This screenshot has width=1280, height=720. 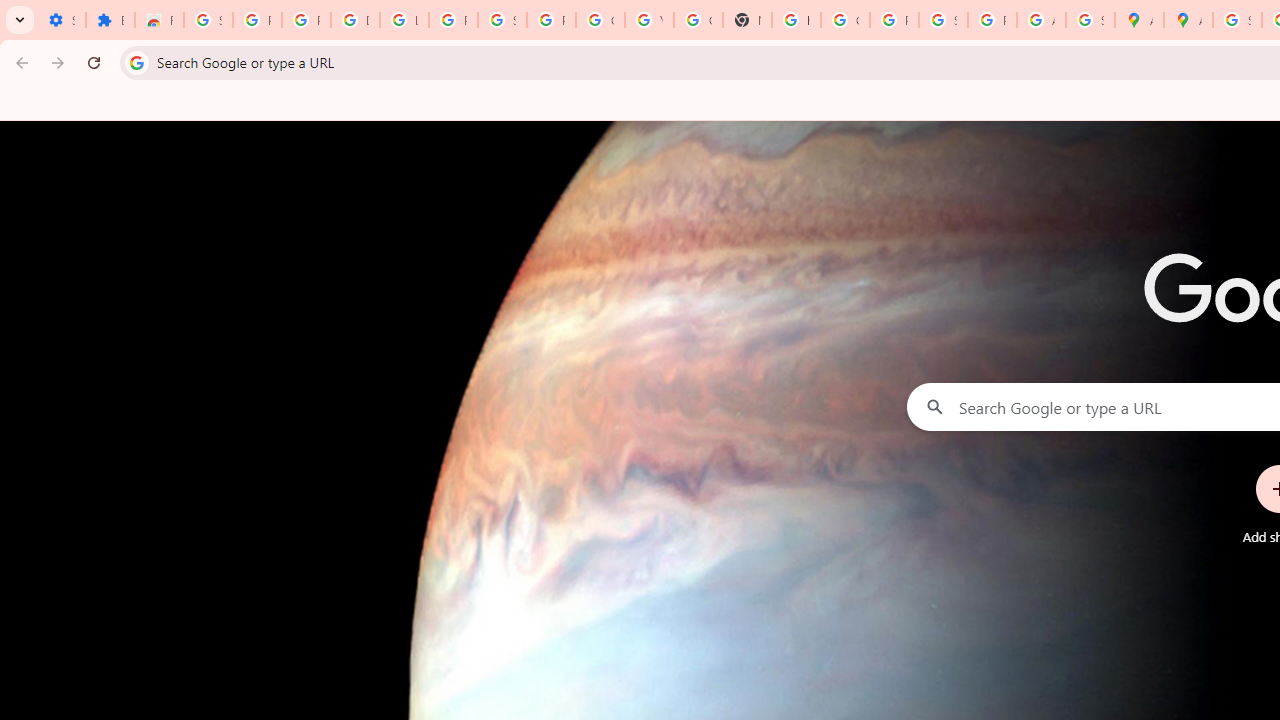 What do you see at coordinates (649, 20) in the screenshot?
I see `'YouTube'` at bounding box center [649, 20].